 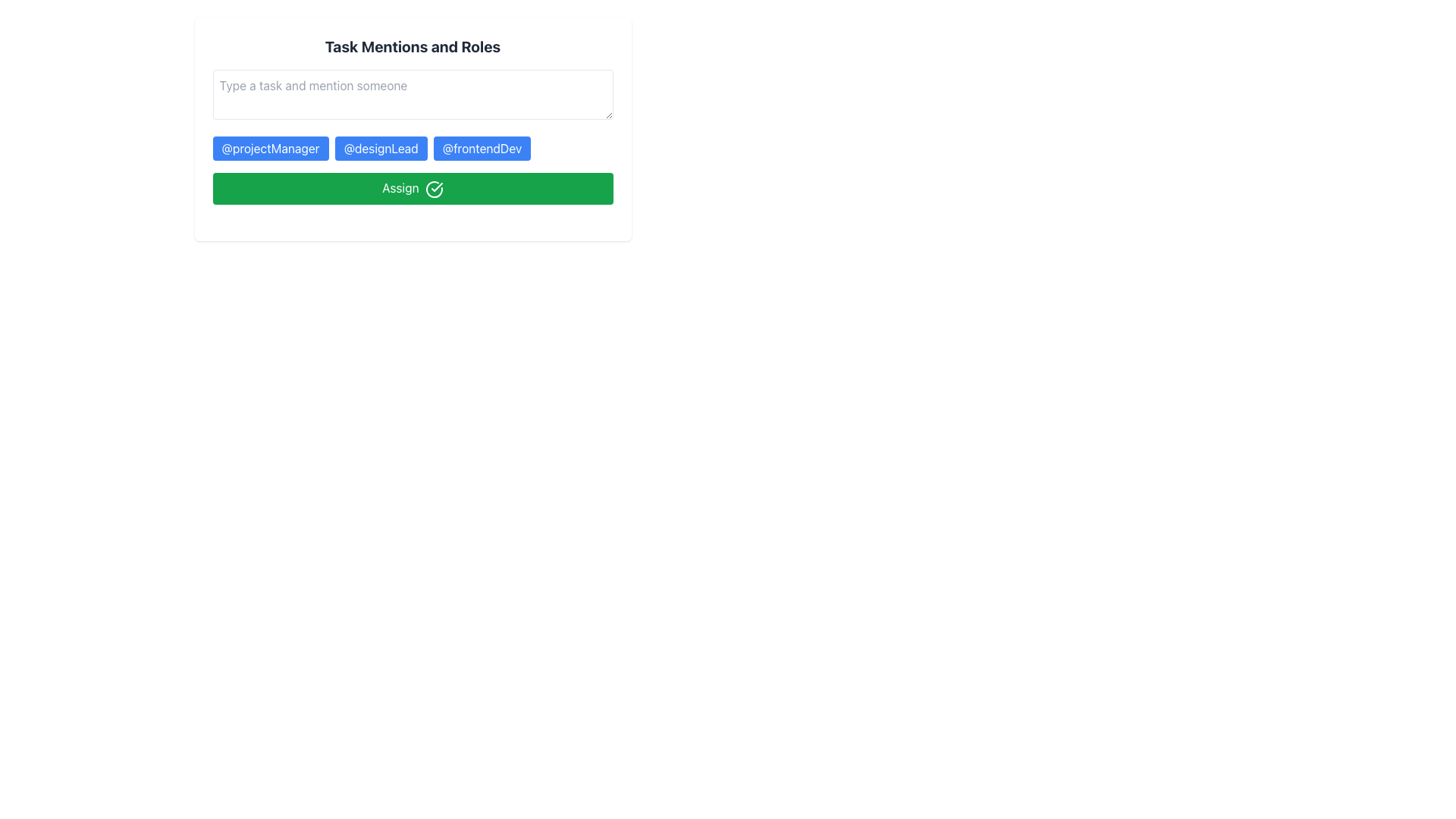 I want to click on the leftmost button below the text input field, so click(x=270, y=149).